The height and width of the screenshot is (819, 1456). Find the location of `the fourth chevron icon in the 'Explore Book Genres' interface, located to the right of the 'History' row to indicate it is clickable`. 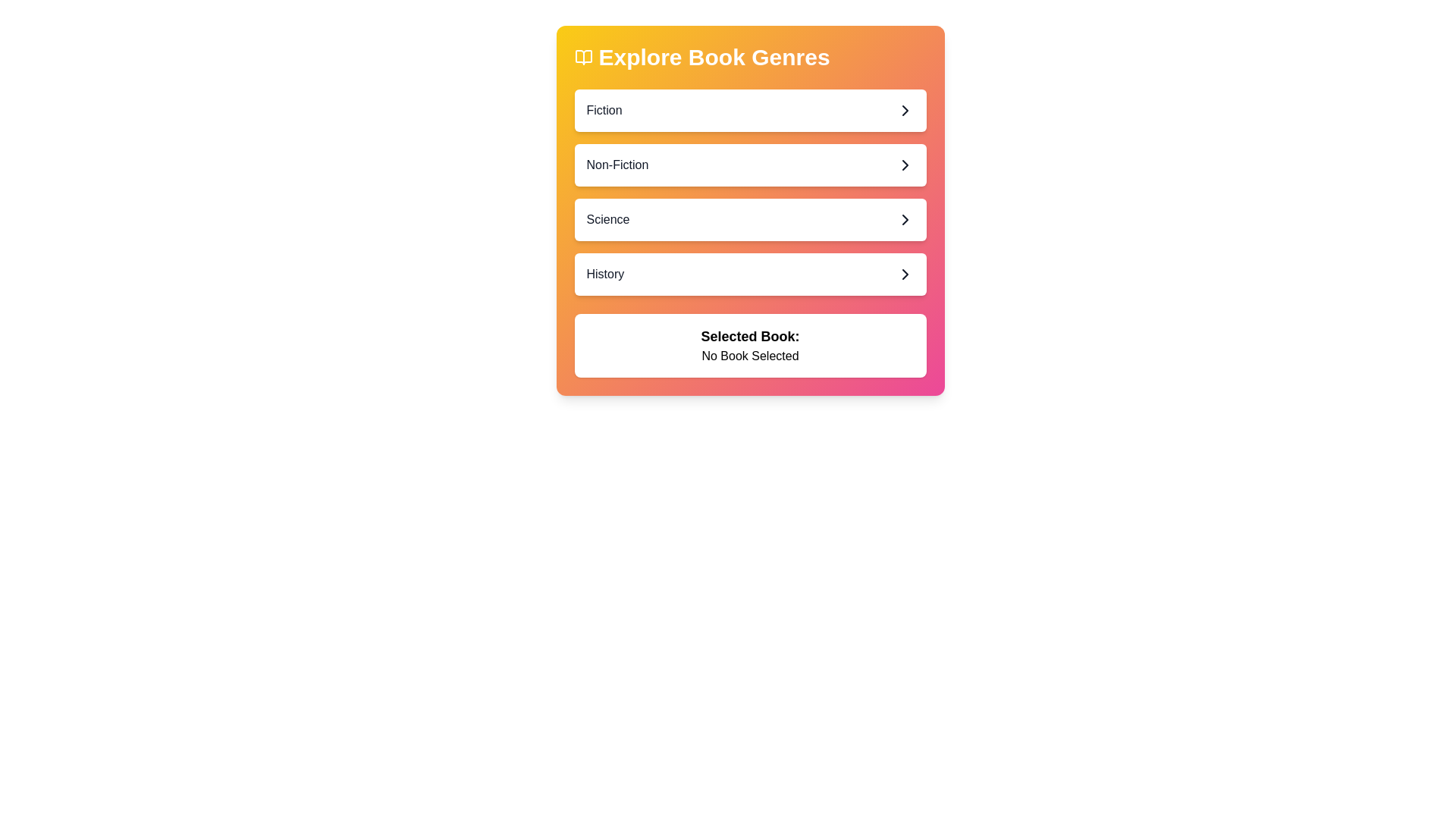

the fourth chevron icon in the 'Explore Book Genres' interface, located to the right of the 'History' row to indicate it is clickable is located at coordinates (905, 275).